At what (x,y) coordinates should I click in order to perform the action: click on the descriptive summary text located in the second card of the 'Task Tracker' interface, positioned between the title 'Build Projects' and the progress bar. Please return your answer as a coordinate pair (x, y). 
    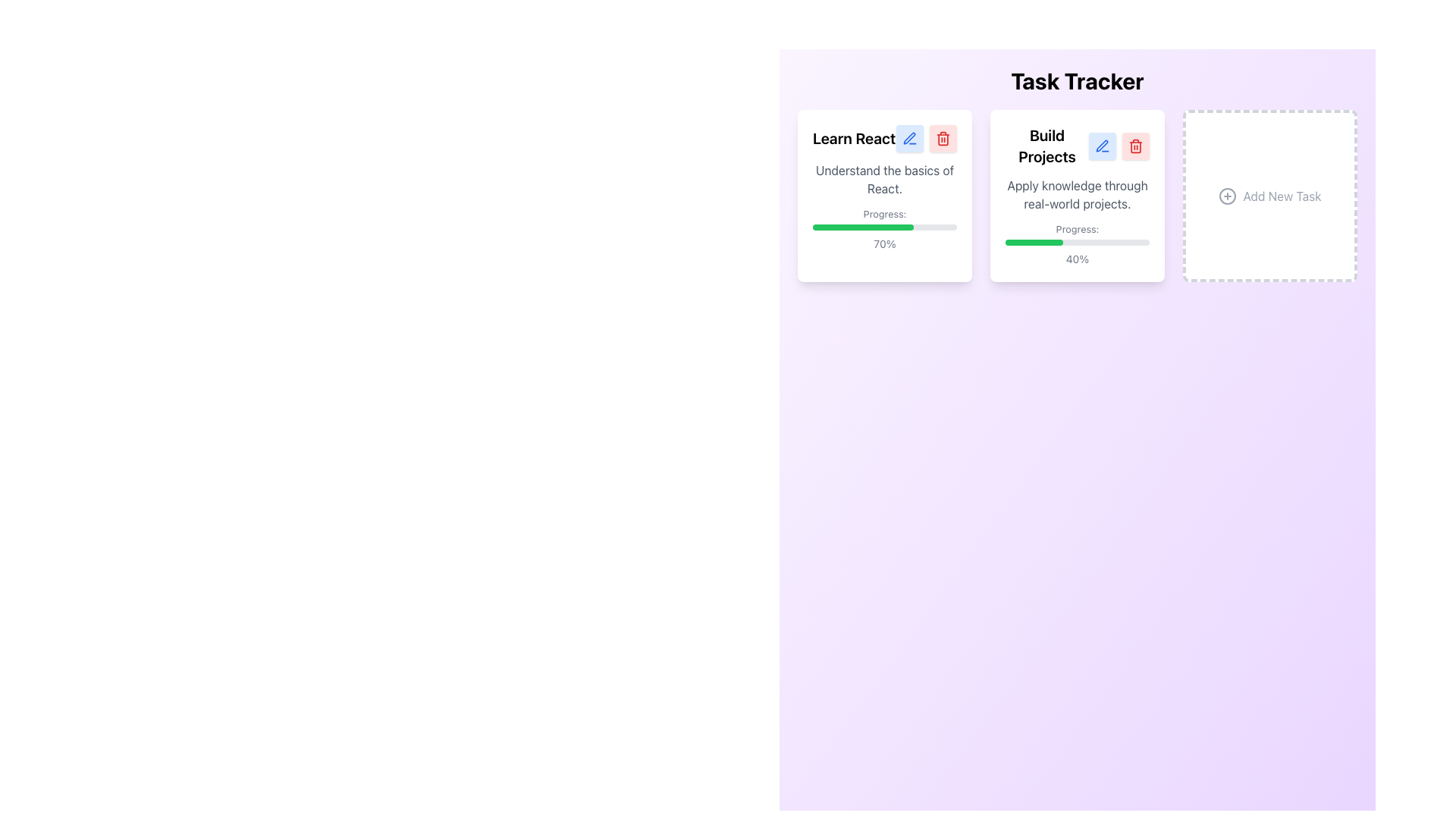
    Looking at the image, I should click on (1076, 194).